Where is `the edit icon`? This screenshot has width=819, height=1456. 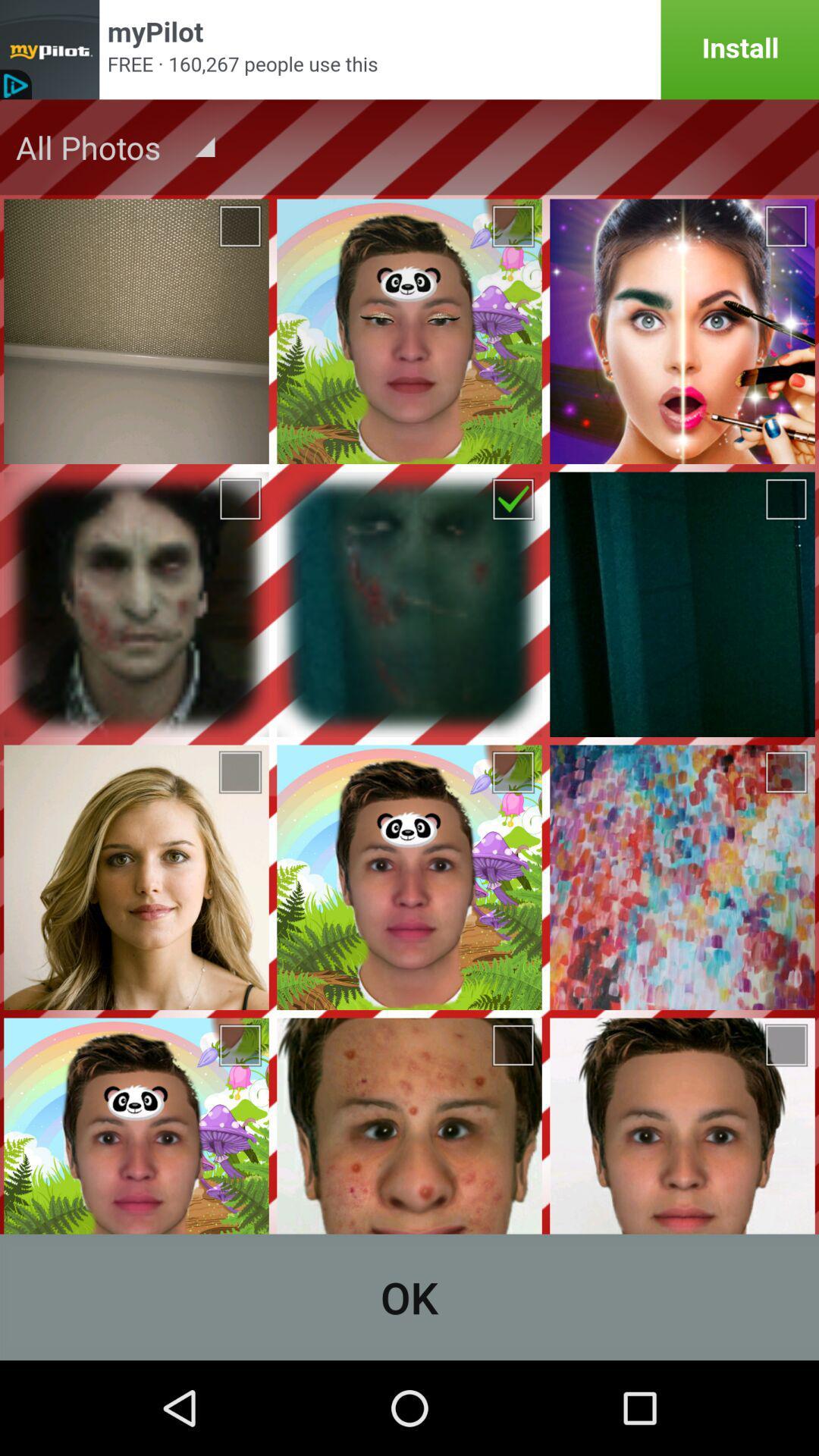
the edit icon is located at coordinates (762, 168).